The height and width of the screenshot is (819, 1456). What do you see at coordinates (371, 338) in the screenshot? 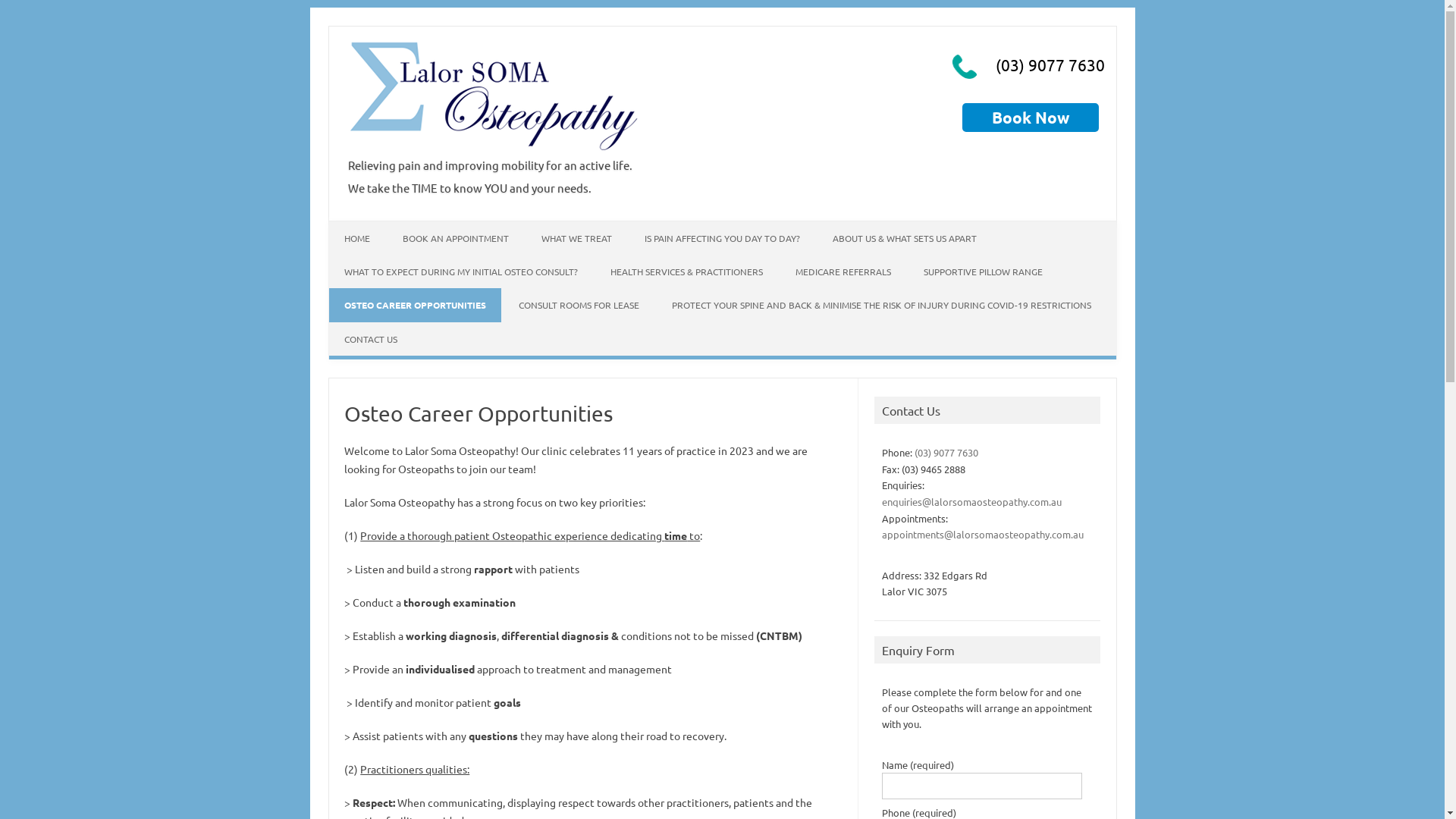
I see `'CONTACT US'` at bounding box center [371, 338].